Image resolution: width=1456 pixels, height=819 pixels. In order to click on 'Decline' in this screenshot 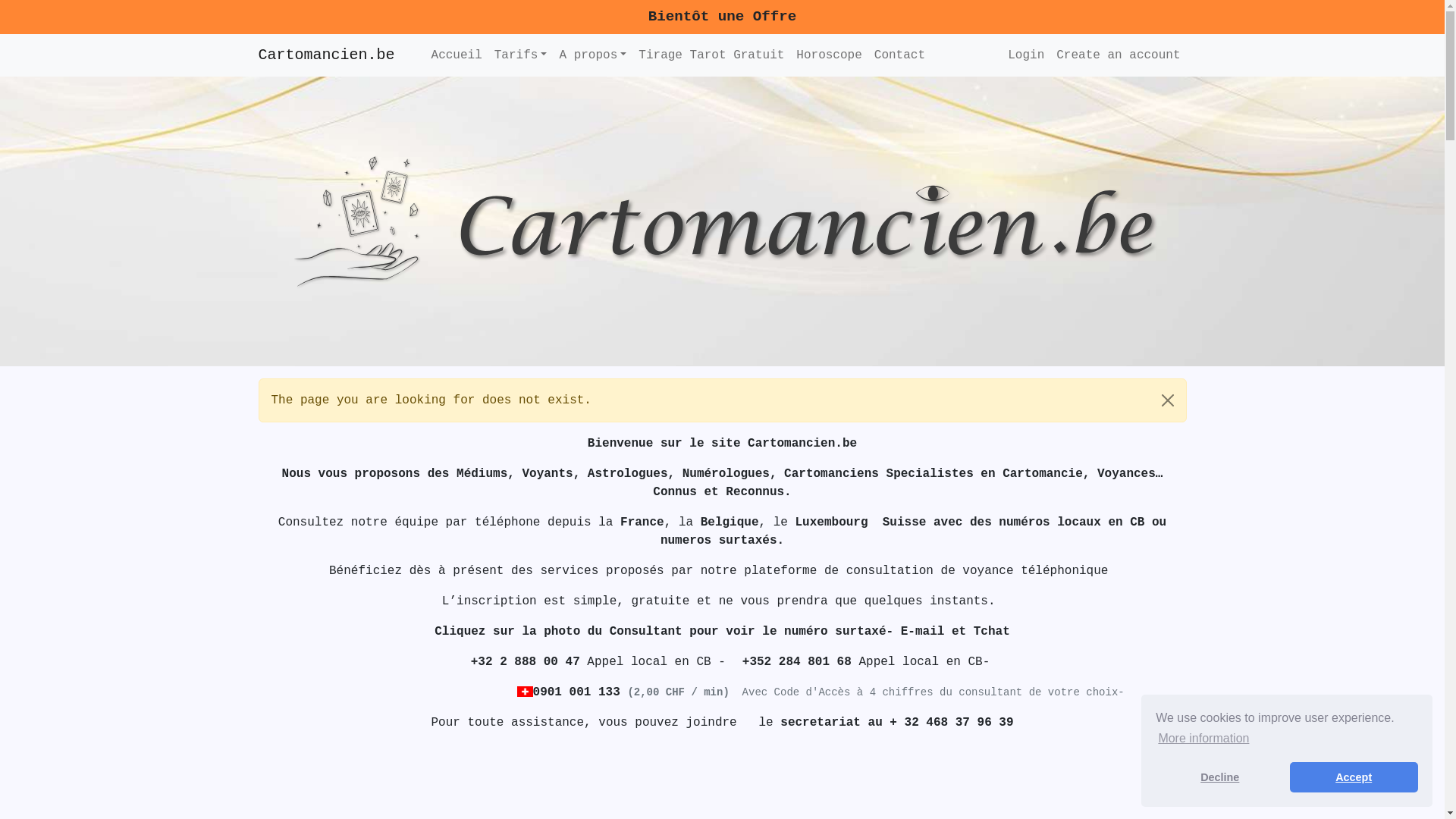, I will do `click(1219, 777)`.